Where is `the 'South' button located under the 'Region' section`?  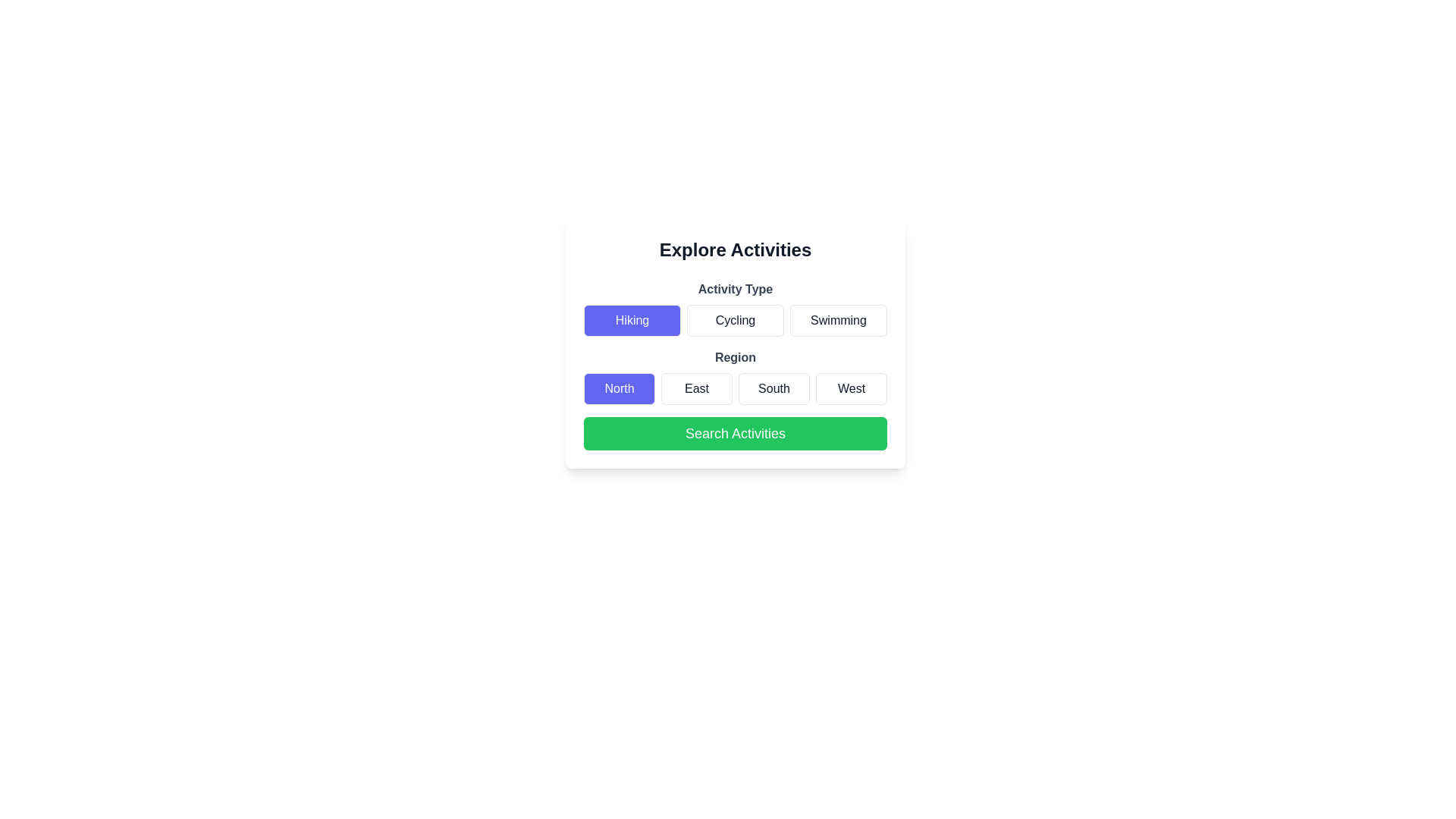 the 'South' button located under the 'Region' section is located at coordinates (774, 388).